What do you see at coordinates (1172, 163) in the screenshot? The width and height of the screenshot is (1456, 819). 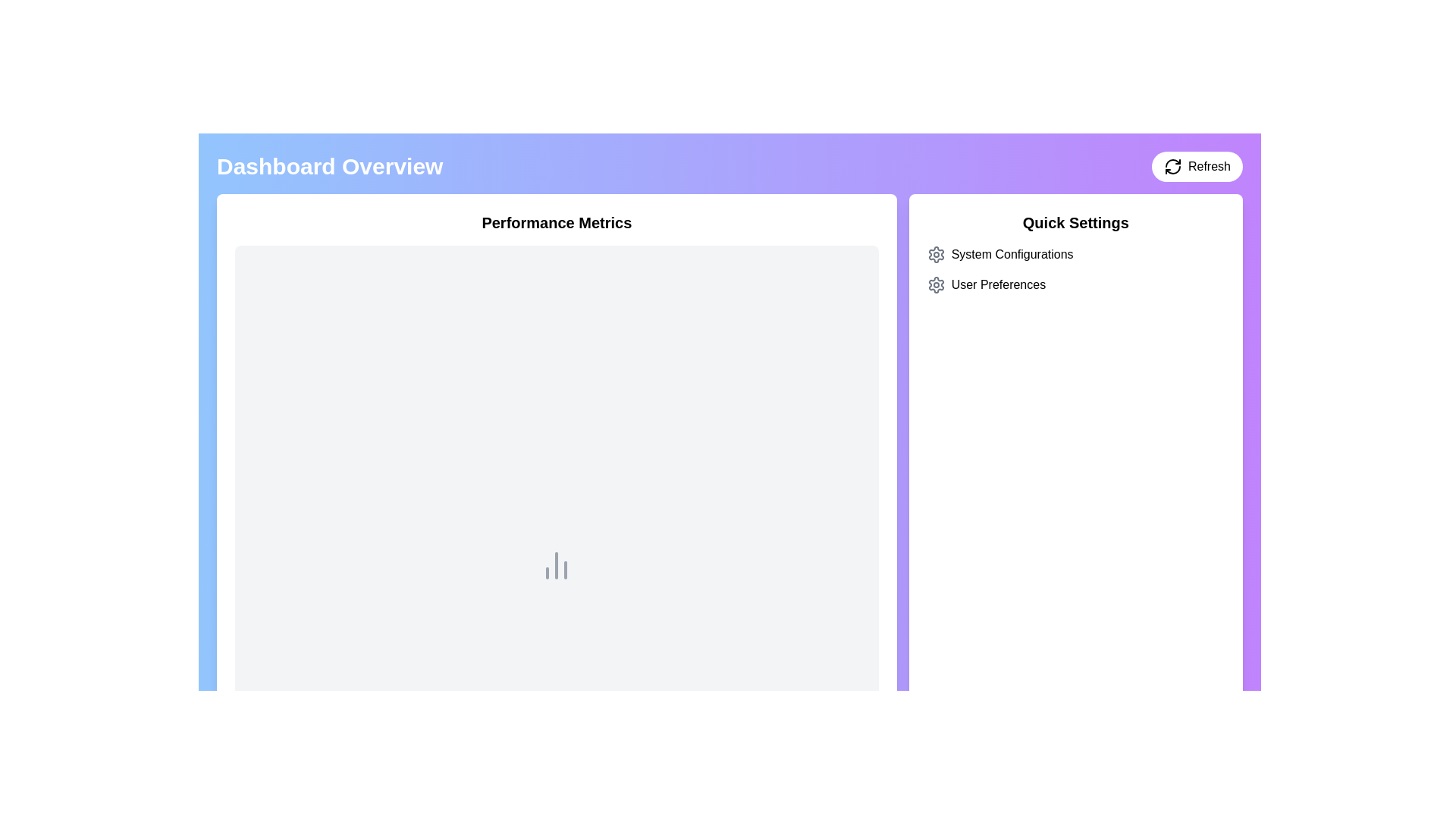 I see `the top-left segment of the circular refresh icon, which is a curved arrow-like shape part of the 'Refresh' button area` at bounding box center [1172, 163].